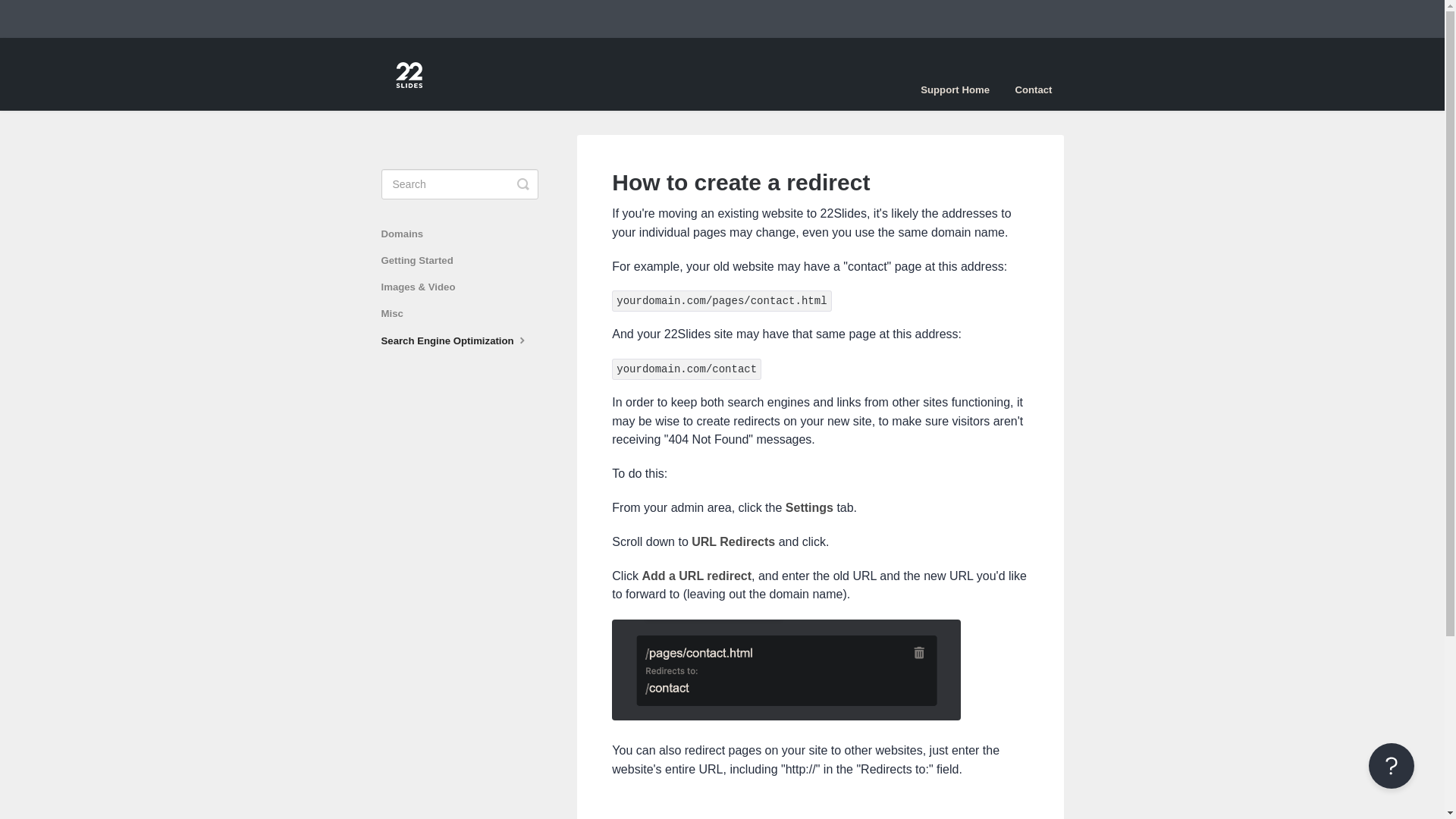  What do you see at coordinates (407, 234) in the screenshot?
I see `'Domains'` at bounding box center [407, 234].